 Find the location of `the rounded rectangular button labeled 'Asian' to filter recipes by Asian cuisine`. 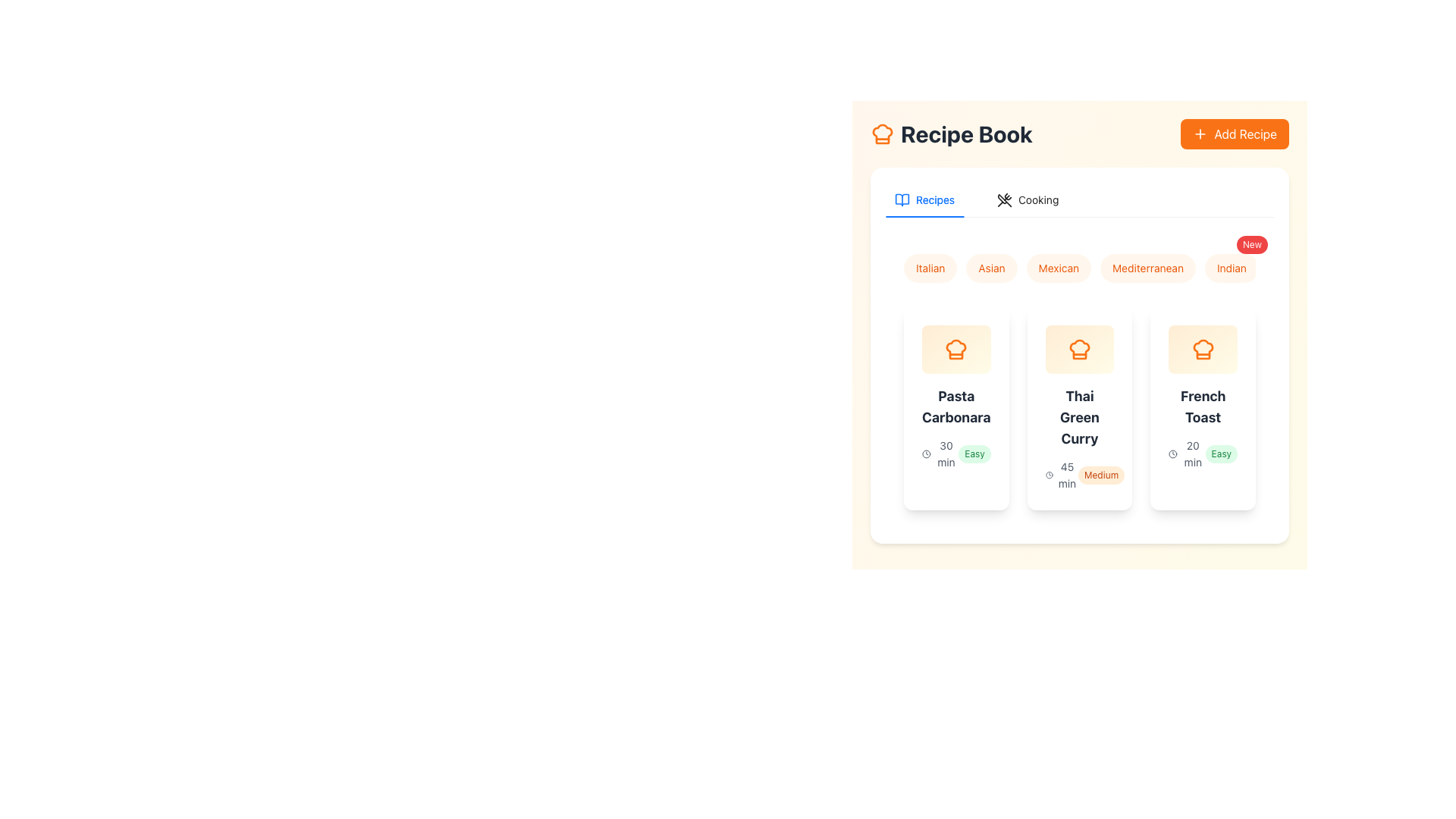

the rounded rectangular button labeled 'Asian' to filter recipes by Asian cuisine is located at coordinates (992, 268).